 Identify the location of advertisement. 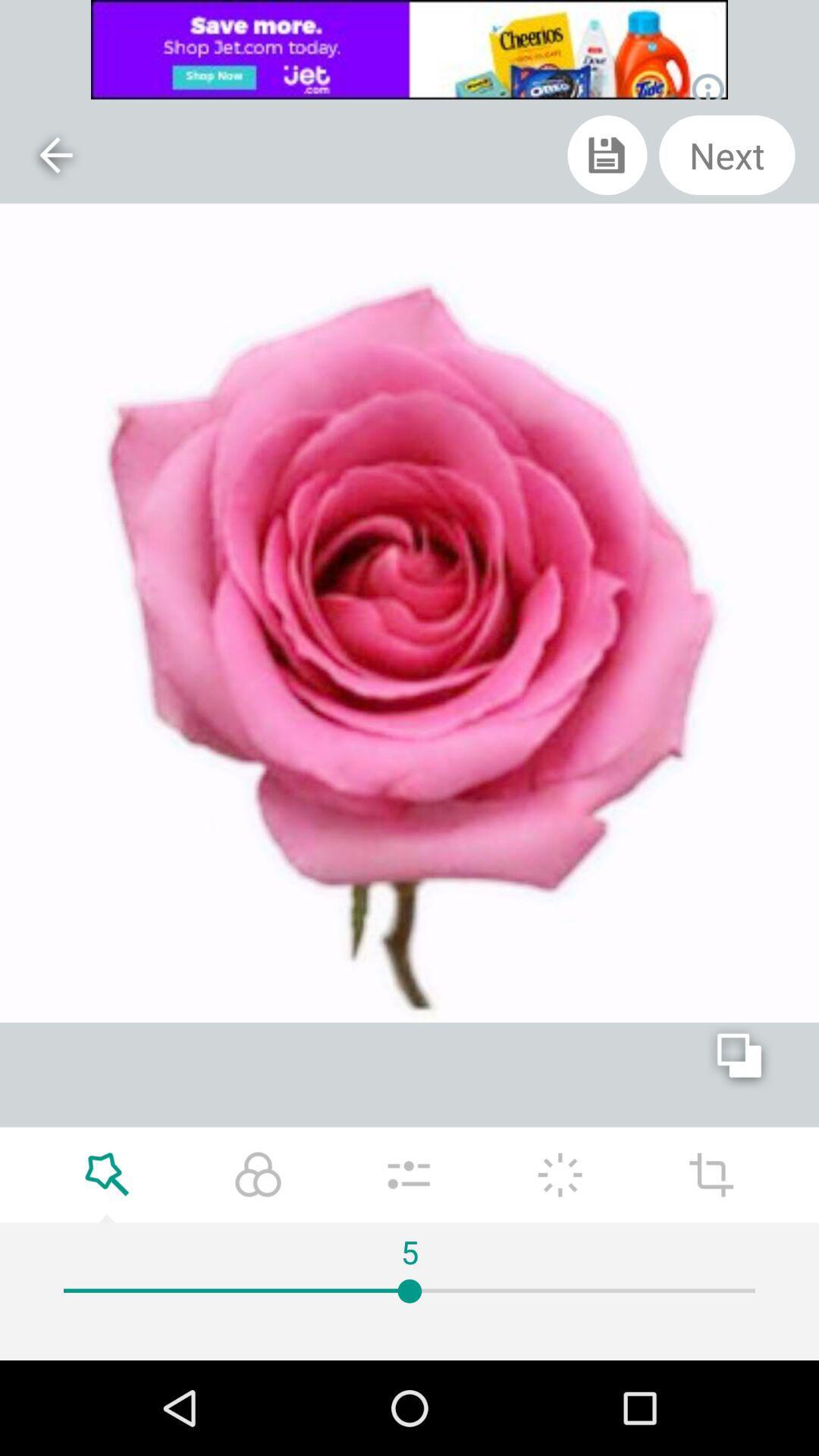
(409, 49).